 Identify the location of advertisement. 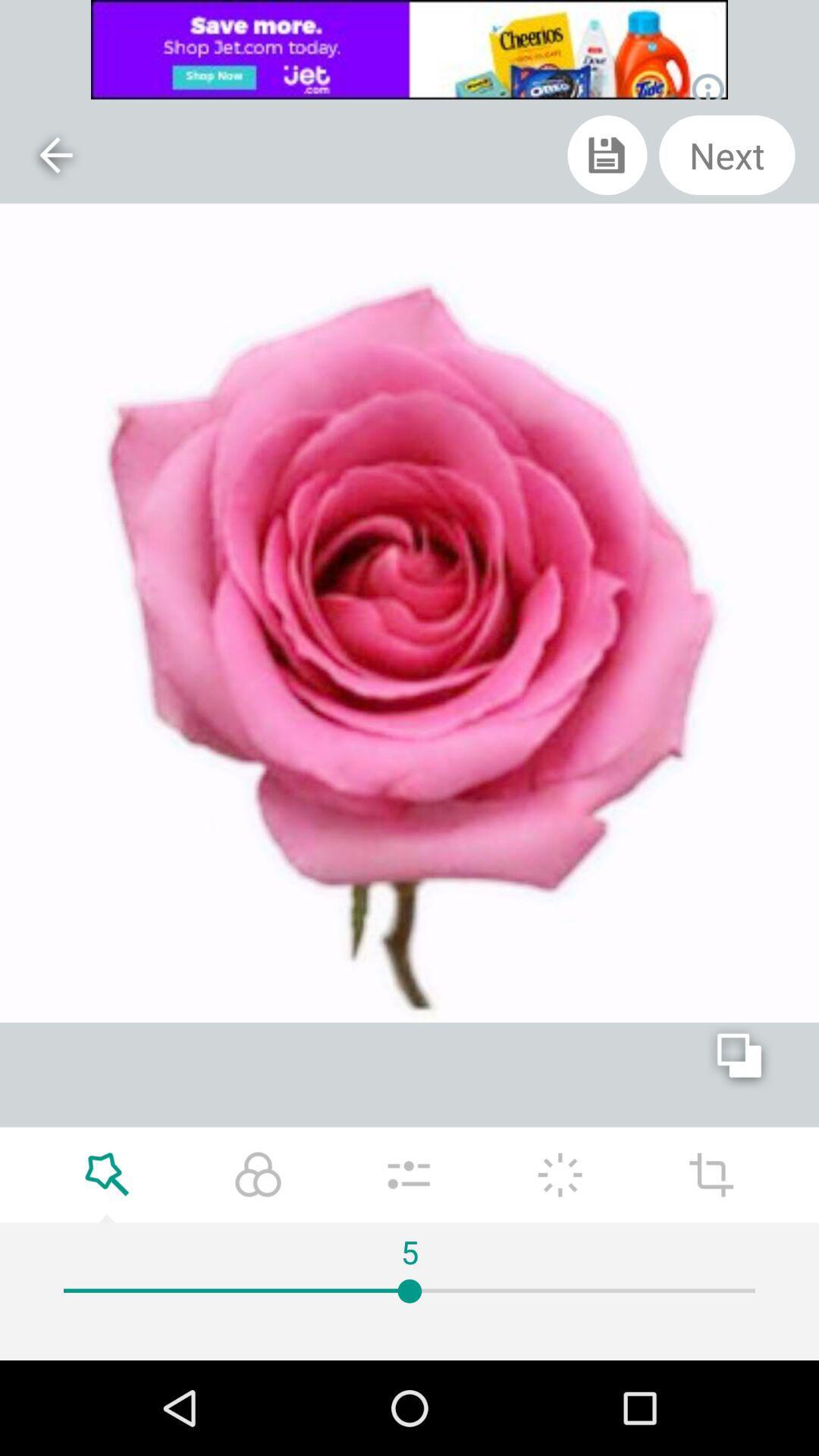
(409, 49).